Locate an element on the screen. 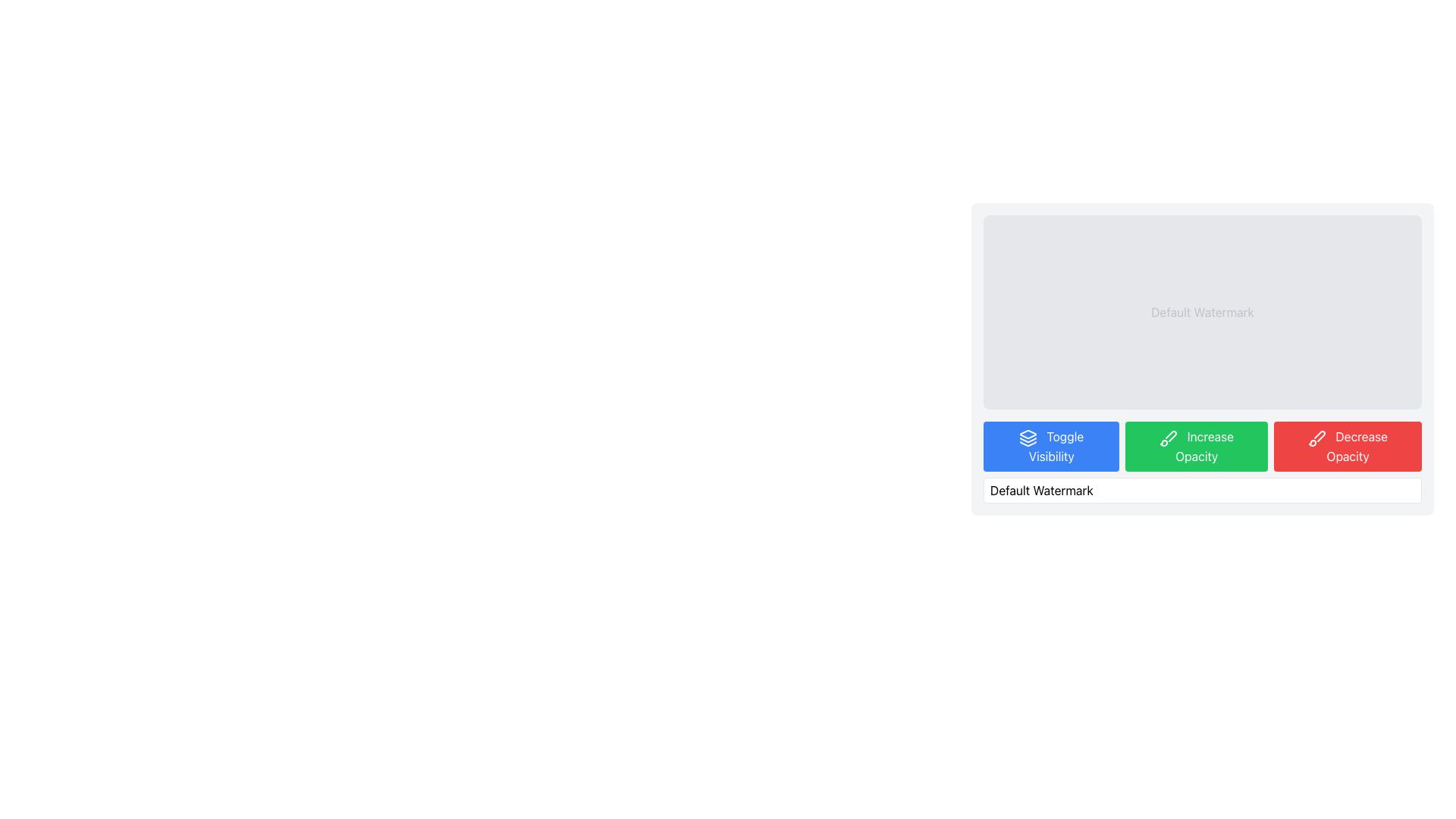 The height and width of the screenshot is (819, 1456). the icon located on the right side of the green button labeled 'Increase Opacity', which resembles a brush design is located at coordinates (1171, 436).